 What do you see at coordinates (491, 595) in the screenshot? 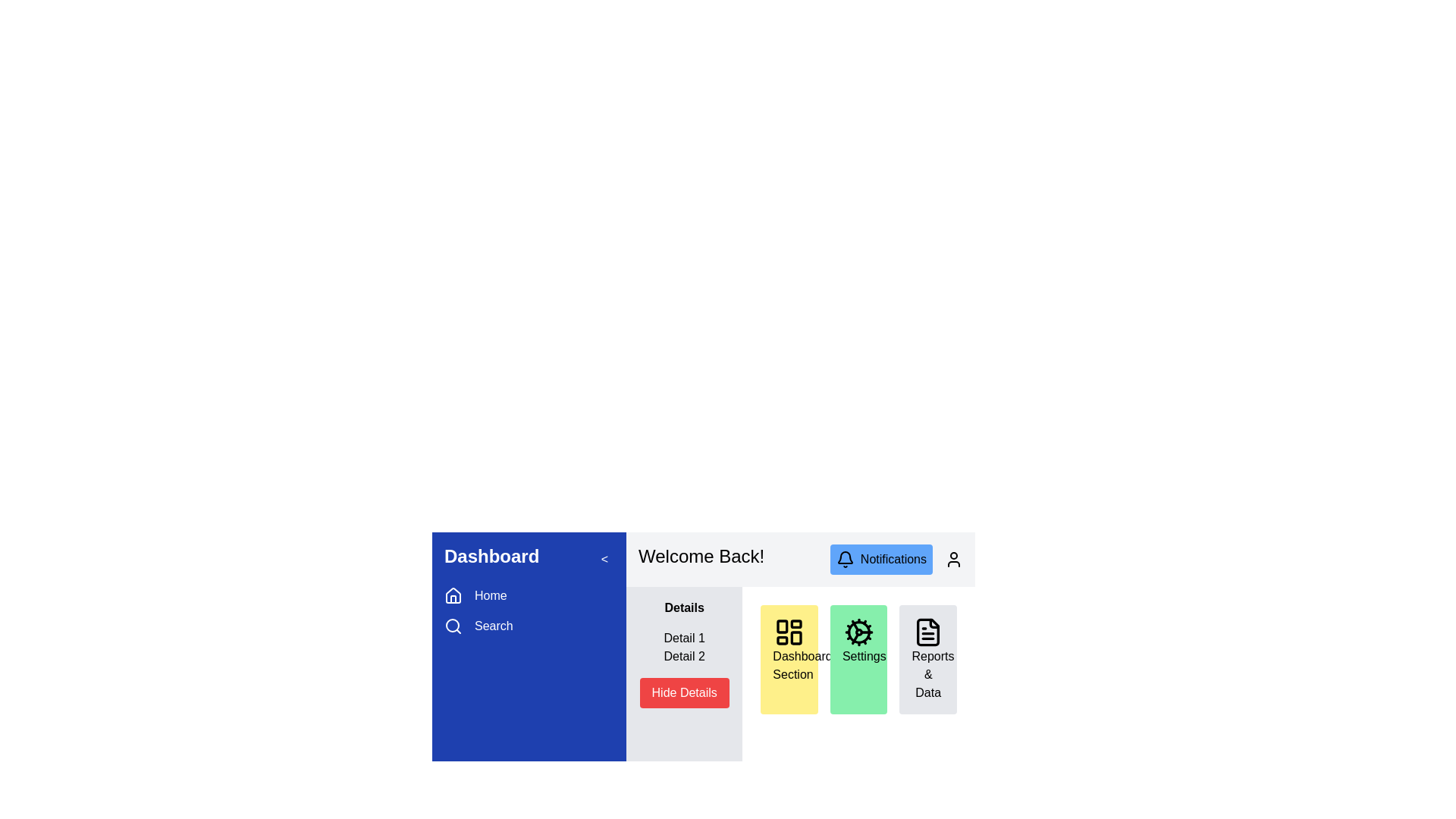
I see `the 'Home' label located on the blue sidebar, positioned to the right of the house-shaped icon and above the 'Search' label` at bounding box center [491, 595].